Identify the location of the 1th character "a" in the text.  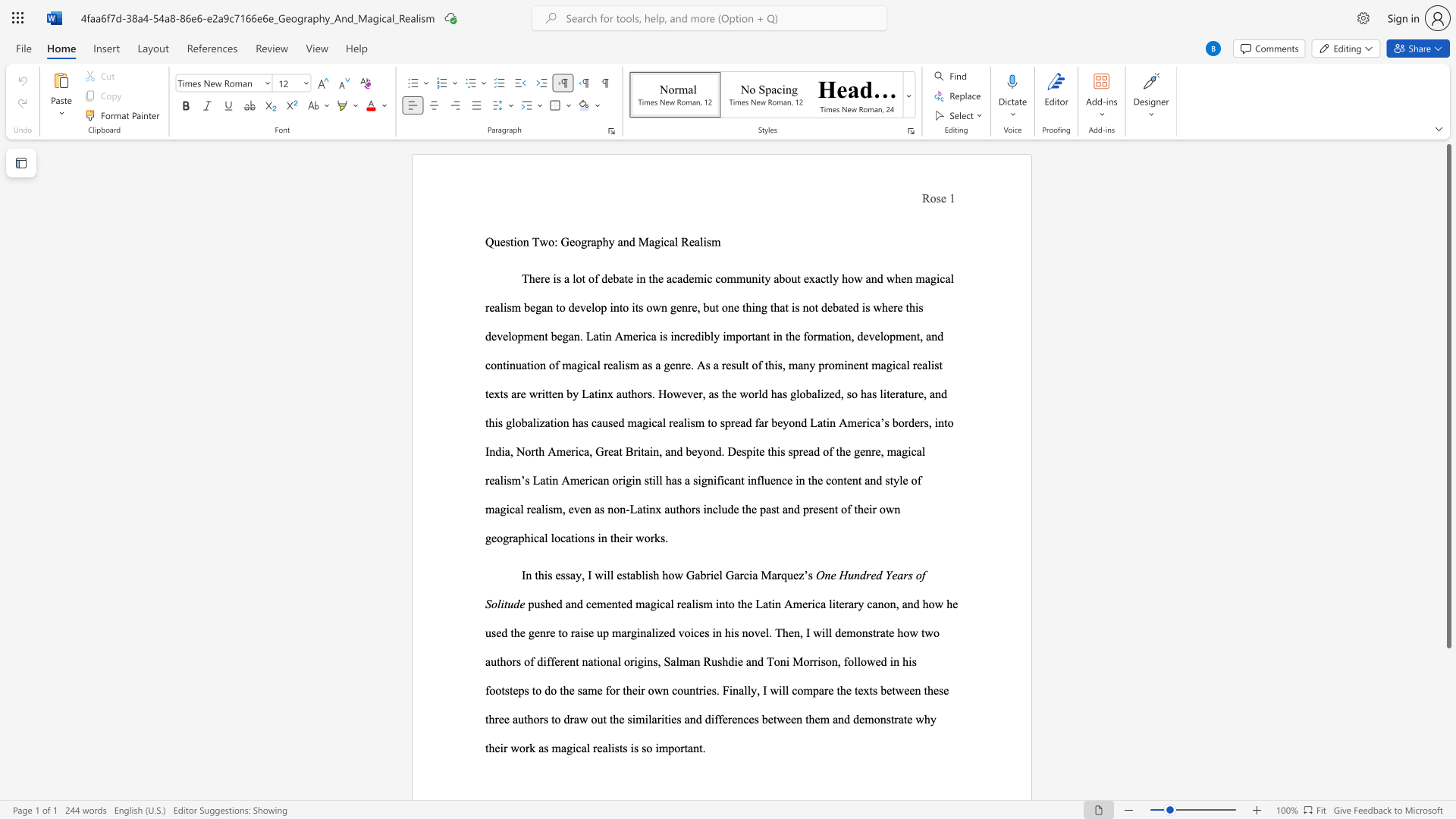
(732, 480).